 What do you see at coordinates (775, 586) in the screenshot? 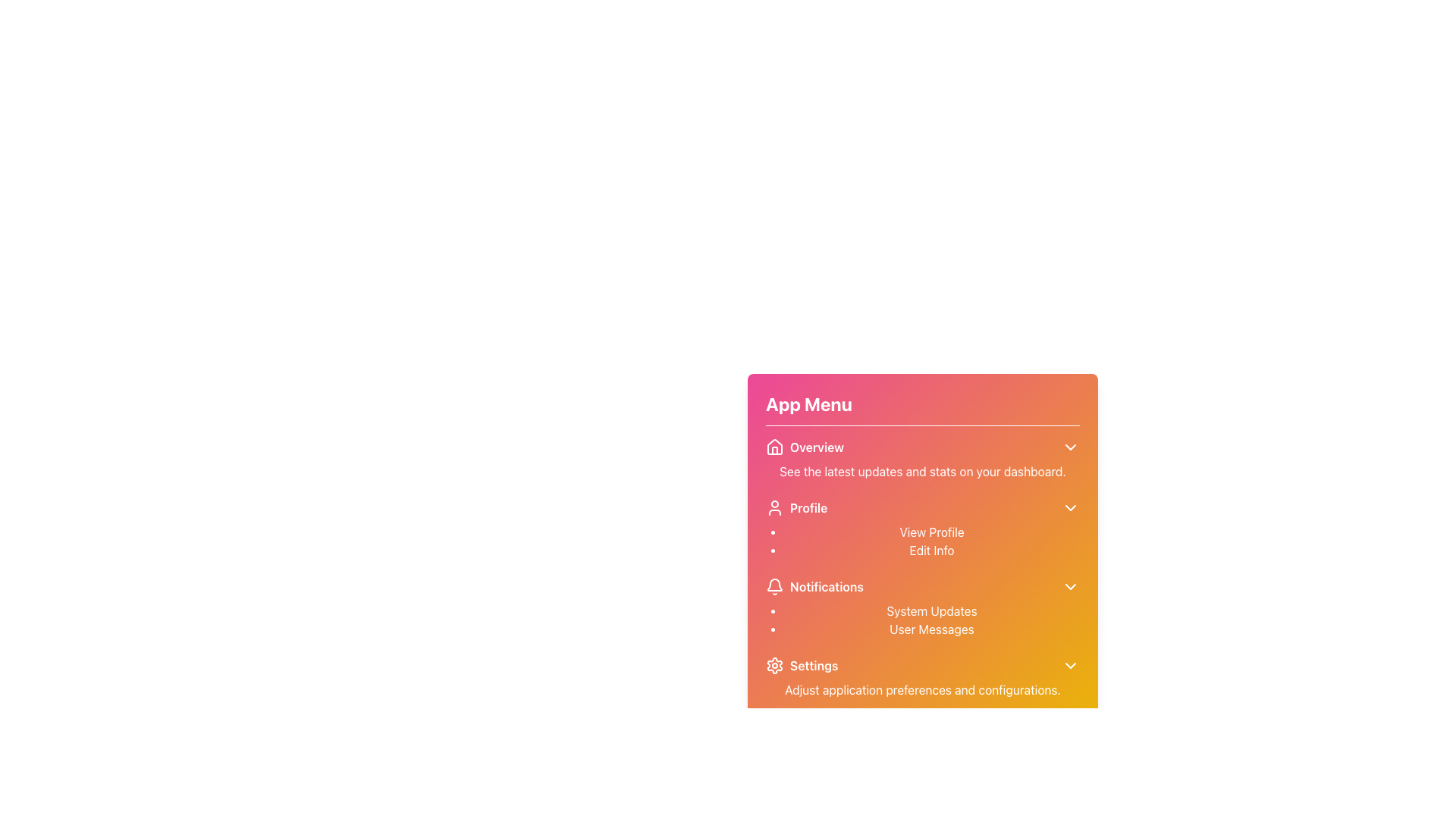
I see `the notifications icon located to the left of the 'Notifications' text in the application menu panel` at bounding box center [775, 586].